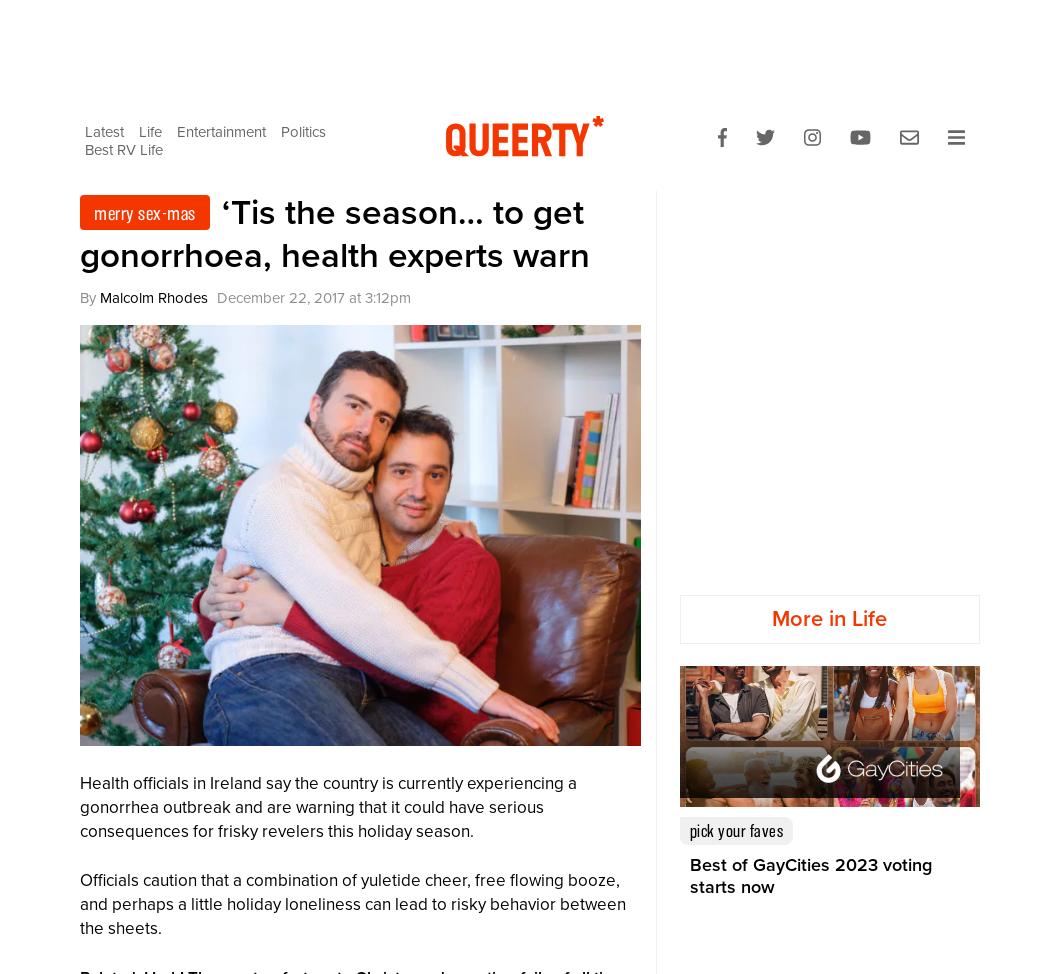 The height and width of the screenshot is (974, 1050). Describe the element at coordinates (216, 297) in the screenshot. I see `'December 22, 2017'` at that location.